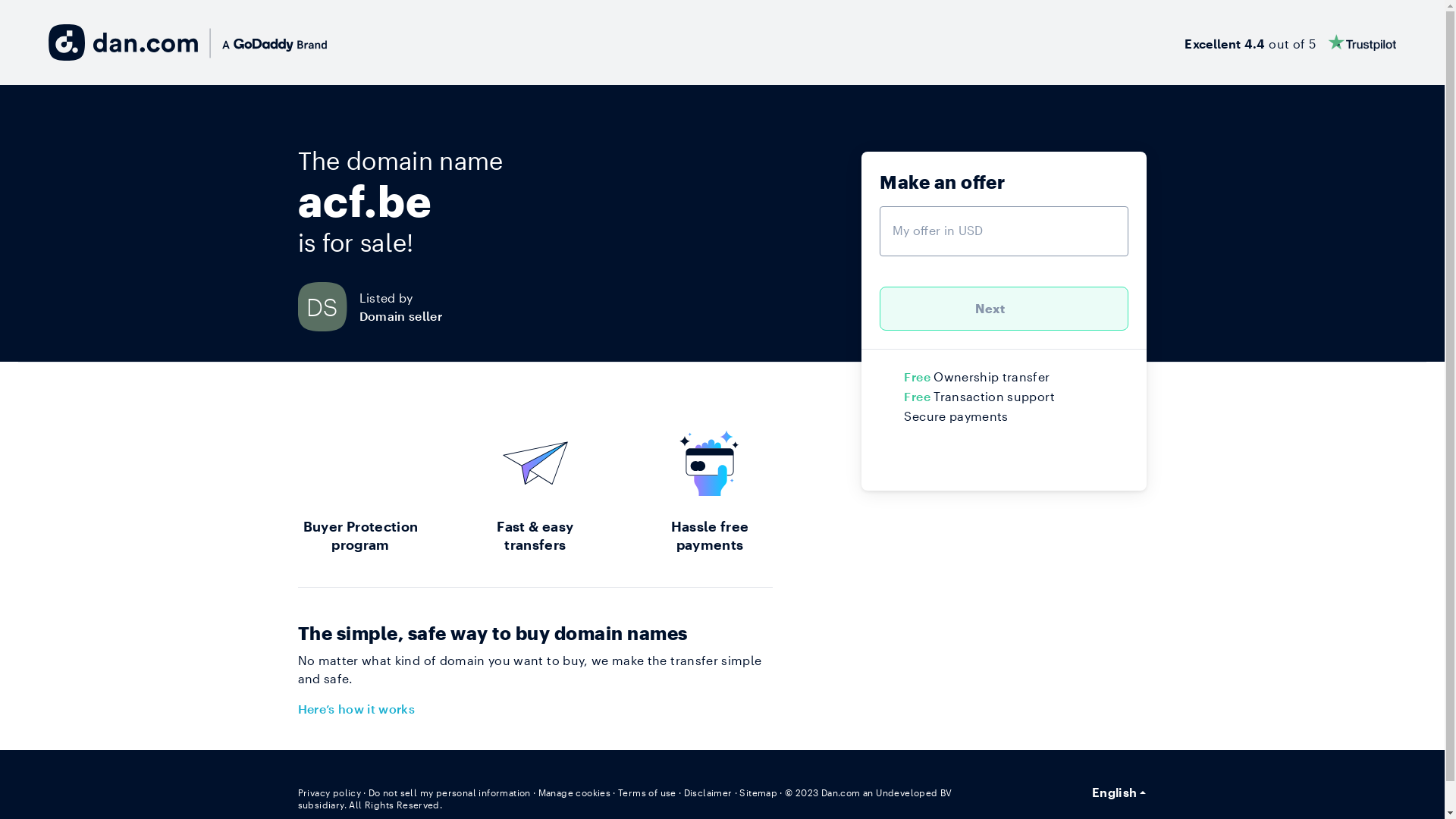 Image resolution: width=1456 pixels, height=819 pixels. Describe the element at coordinates (574, 792) in the screenshot. I see `'Manage cookies'` at that location.